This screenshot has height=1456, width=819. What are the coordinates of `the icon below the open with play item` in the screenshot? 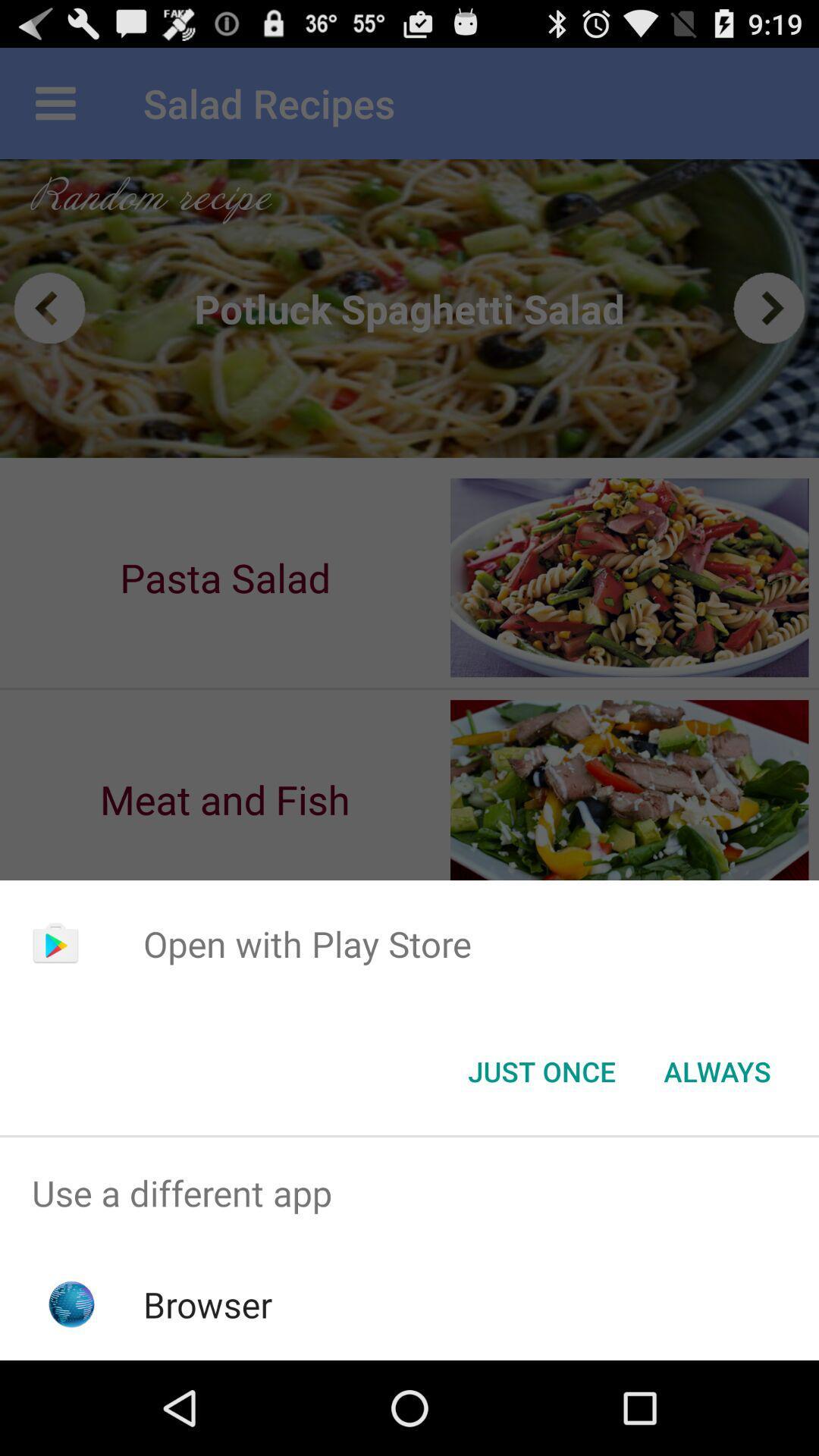 It's located at (541, 1070).